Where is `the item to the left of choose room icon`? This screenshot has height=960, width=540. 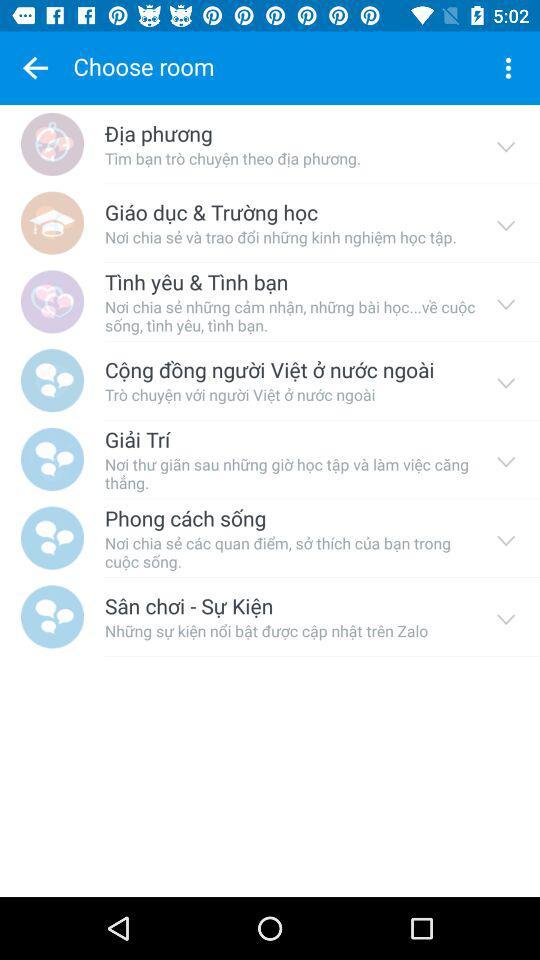
the item to the left of choose room icon is located at coordinates (35, 68).